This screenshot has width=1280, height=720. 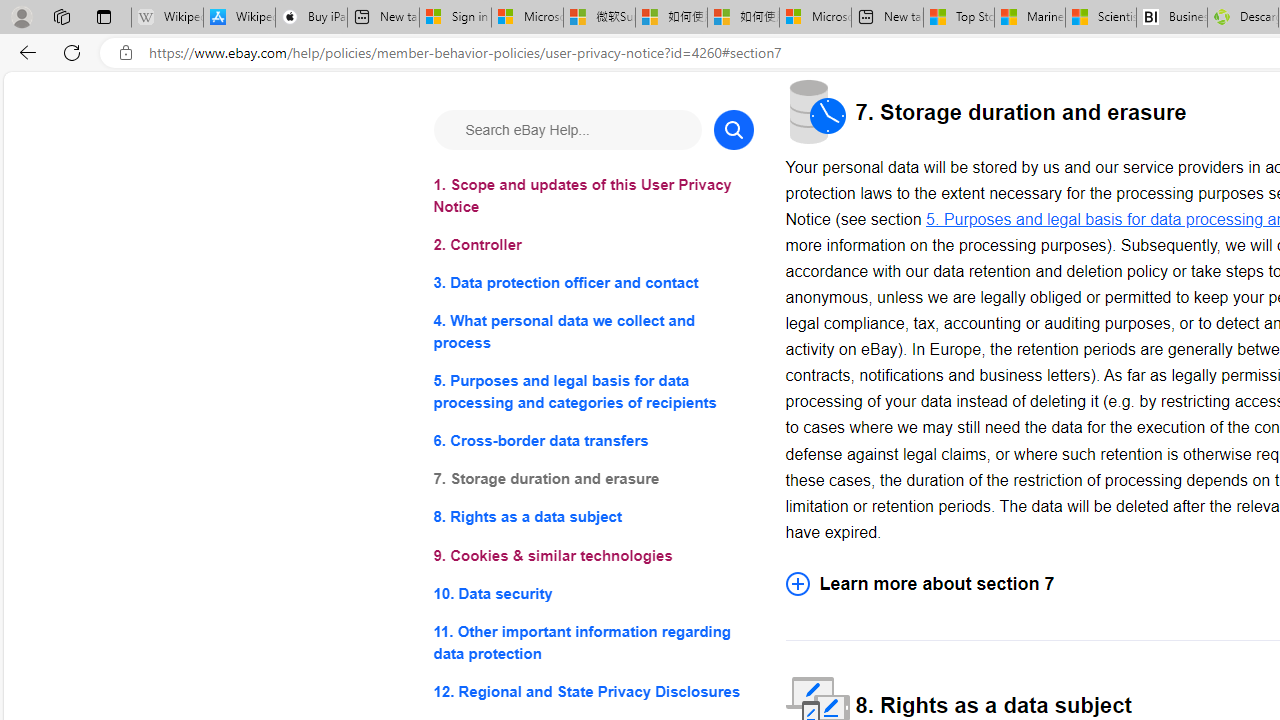 What do you see at coordinates (592, 592) in the screenshot?
I see `'10. Data security'` at bounding box center [592, 592].